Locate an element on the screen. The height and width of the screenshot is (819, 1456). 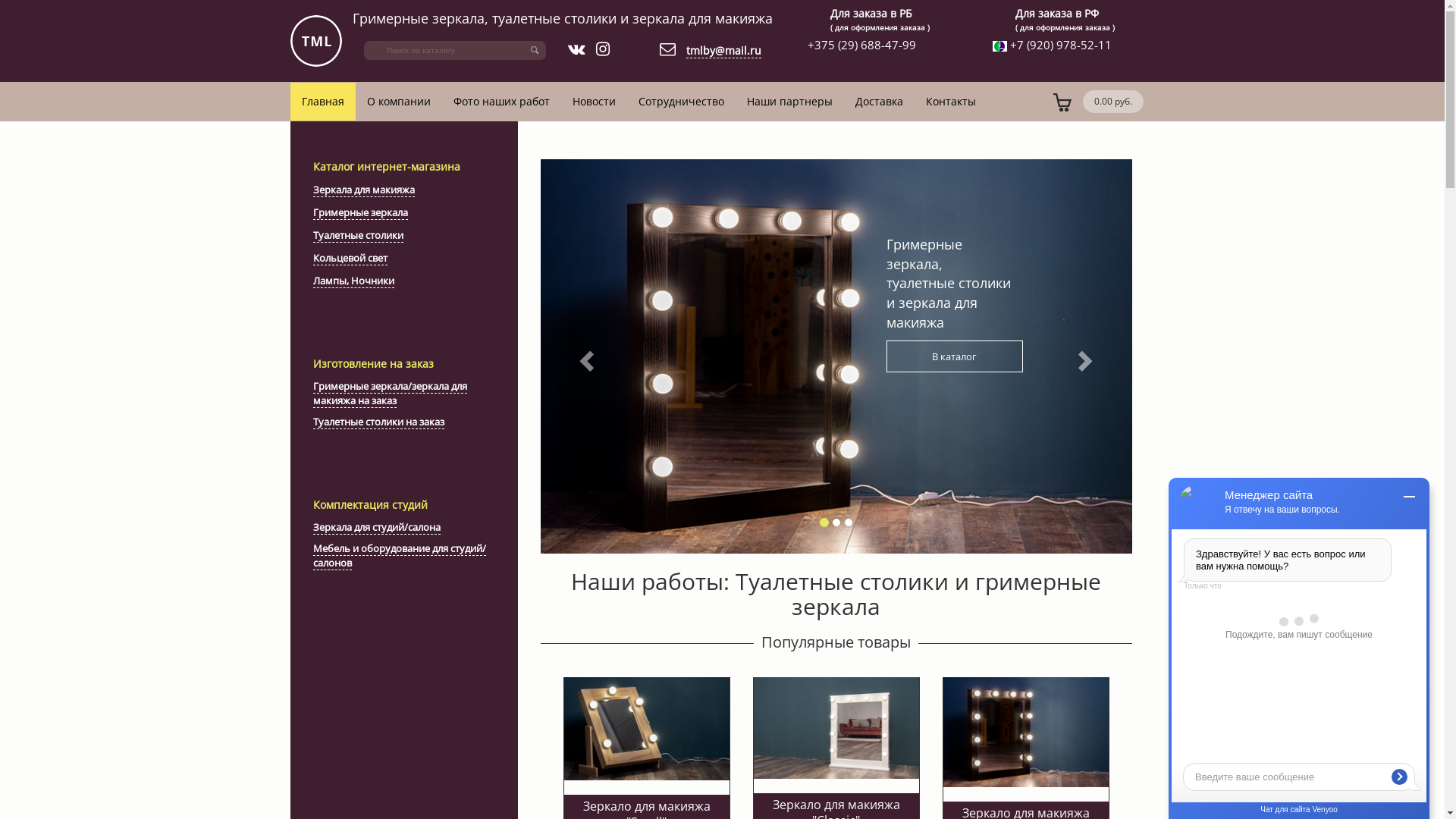
'+375 (29) 688-47-99' is located at coordinates (861, 43).